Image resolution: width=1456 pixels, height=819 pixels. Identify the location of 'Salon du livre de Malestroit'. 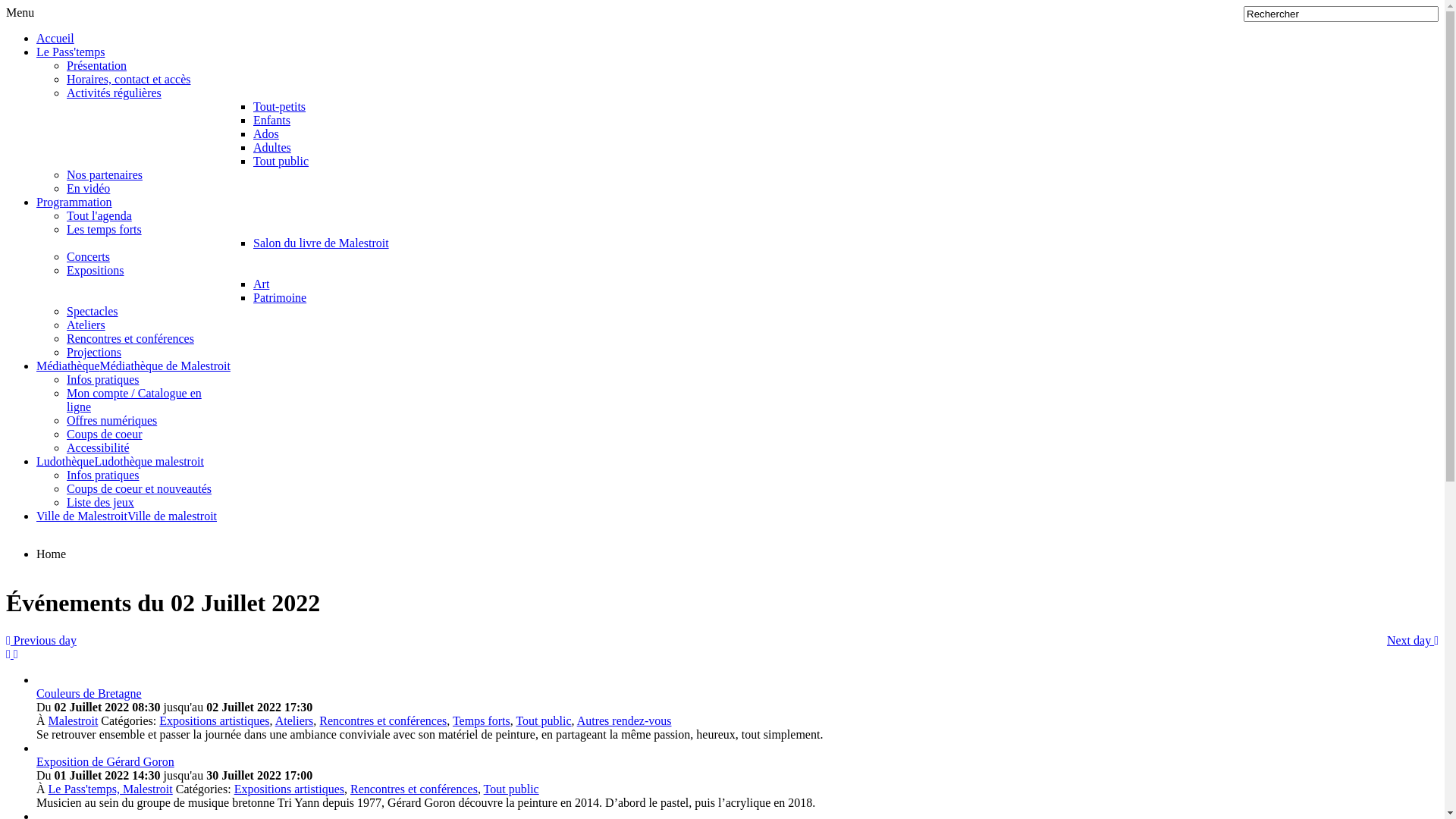
(320, 242).